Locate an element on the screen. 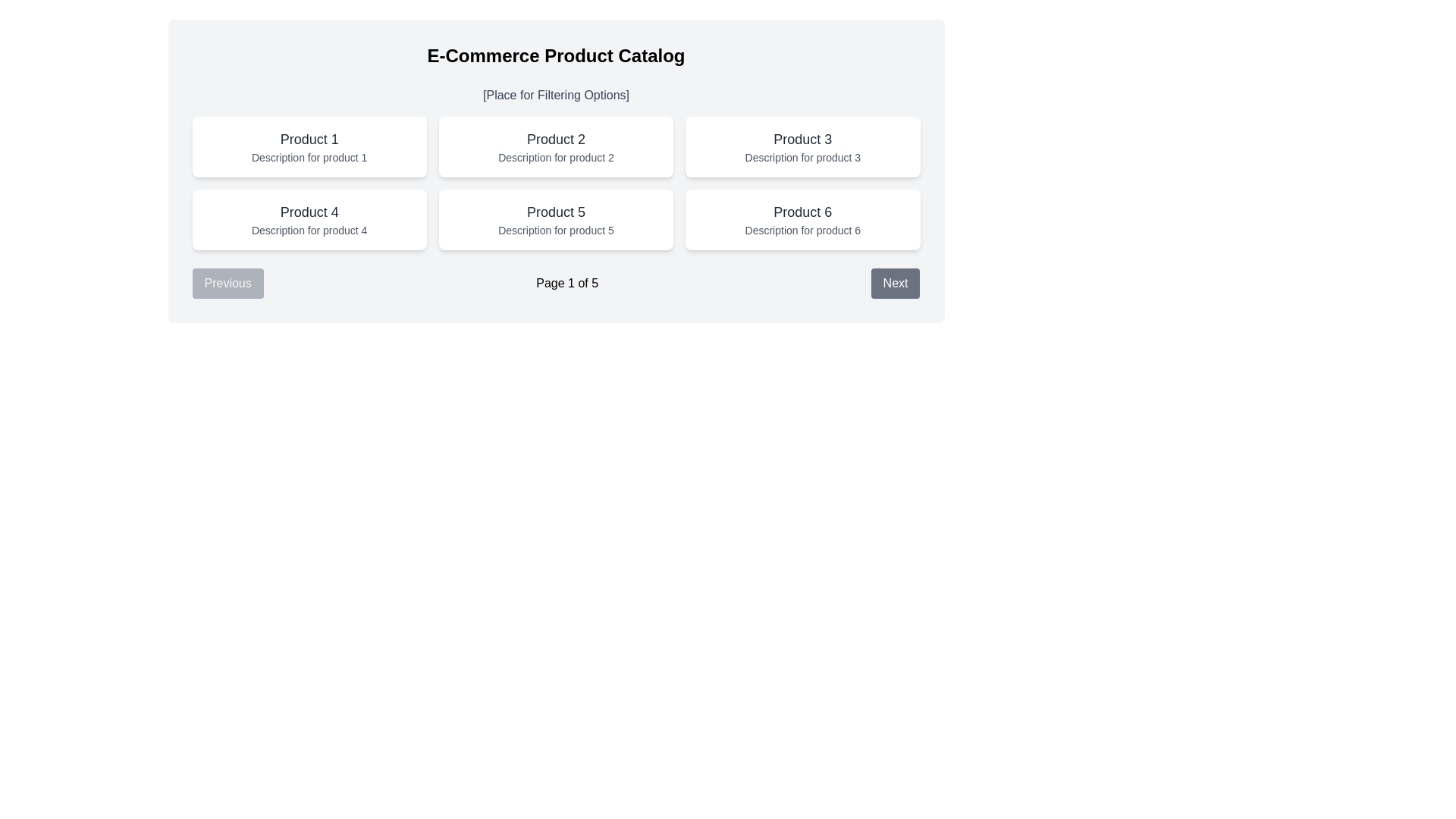 The image size is (1456, 819). the descriptive Text label below 'Product 3' in the top right product card is located at coordinates (802, 158).